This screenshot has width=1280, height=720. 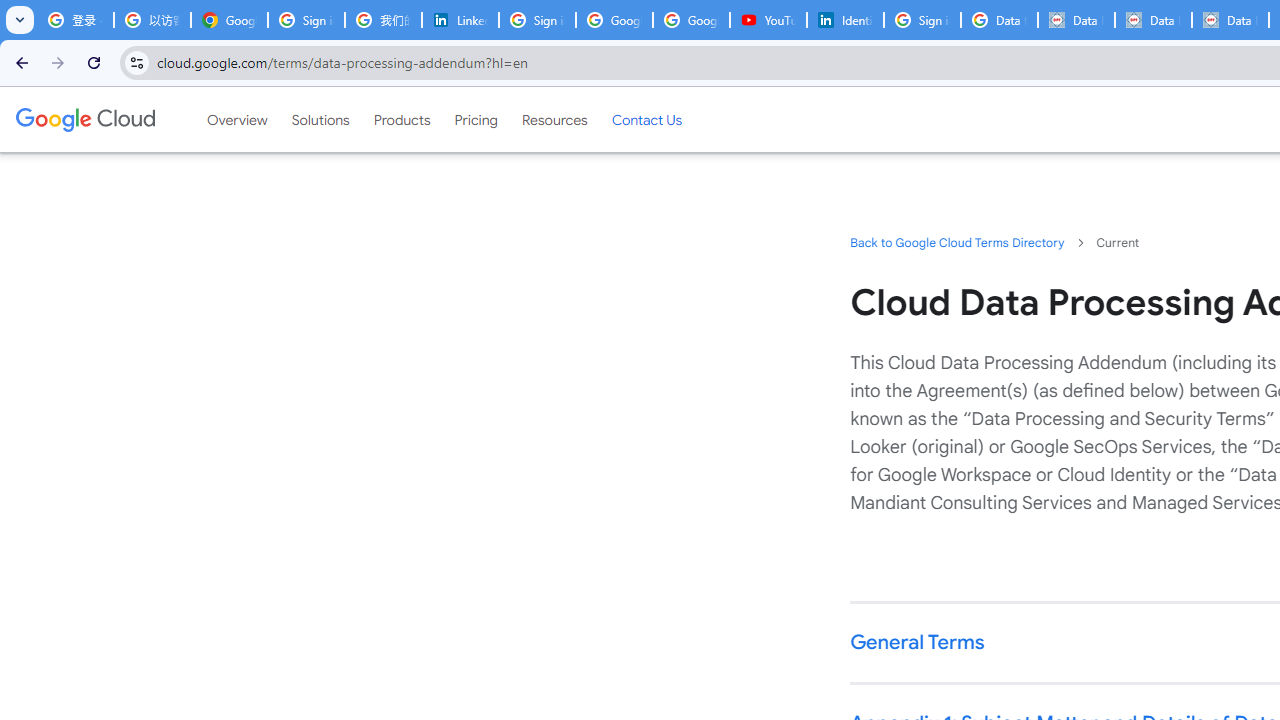 What do you see at coordinates (554, 119) in the screenshot?
I see `'Resources'` at bounding box center [554, 119].